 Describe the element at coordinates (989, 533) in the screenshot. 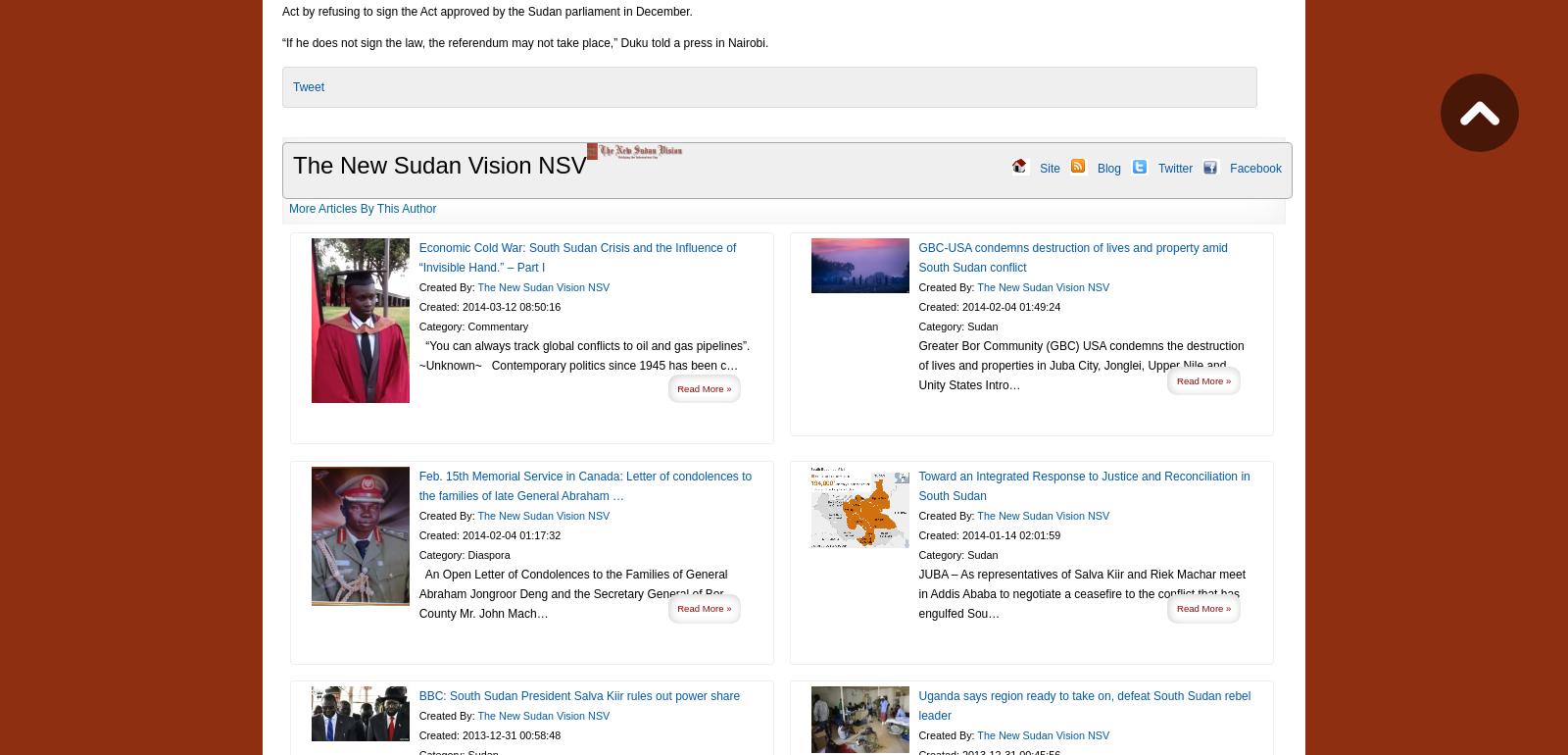

I see `'Created: 2014-01-14 02:01:59'` at that location.